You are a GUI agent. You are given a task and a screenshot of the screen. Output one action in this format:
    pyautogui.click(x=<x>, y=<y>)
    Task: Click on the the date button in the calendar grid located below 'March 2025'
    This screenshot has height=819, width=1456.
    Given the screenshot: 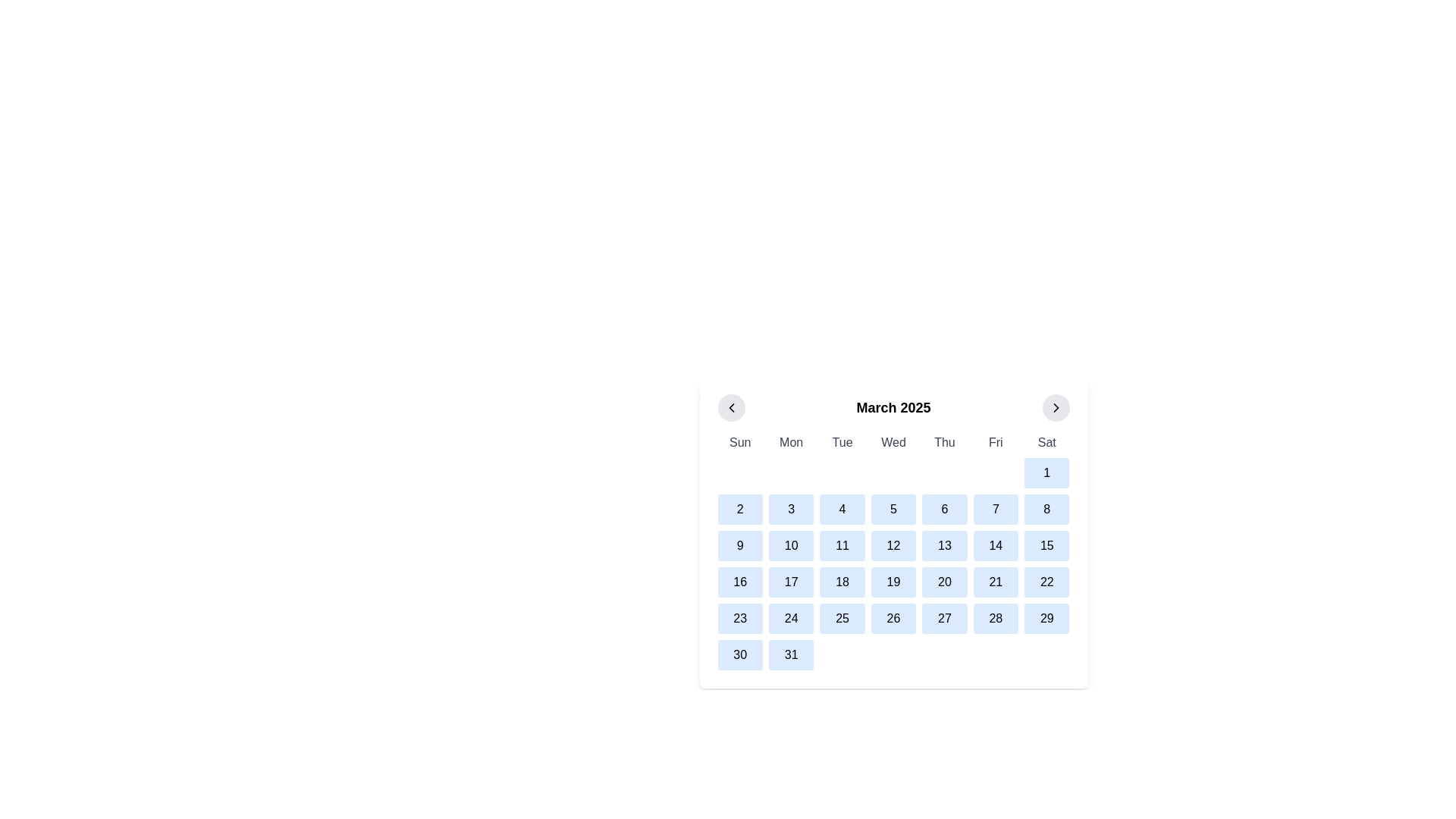 What is the action you would take?
    pyautogui.click(x=893, y=552)
    